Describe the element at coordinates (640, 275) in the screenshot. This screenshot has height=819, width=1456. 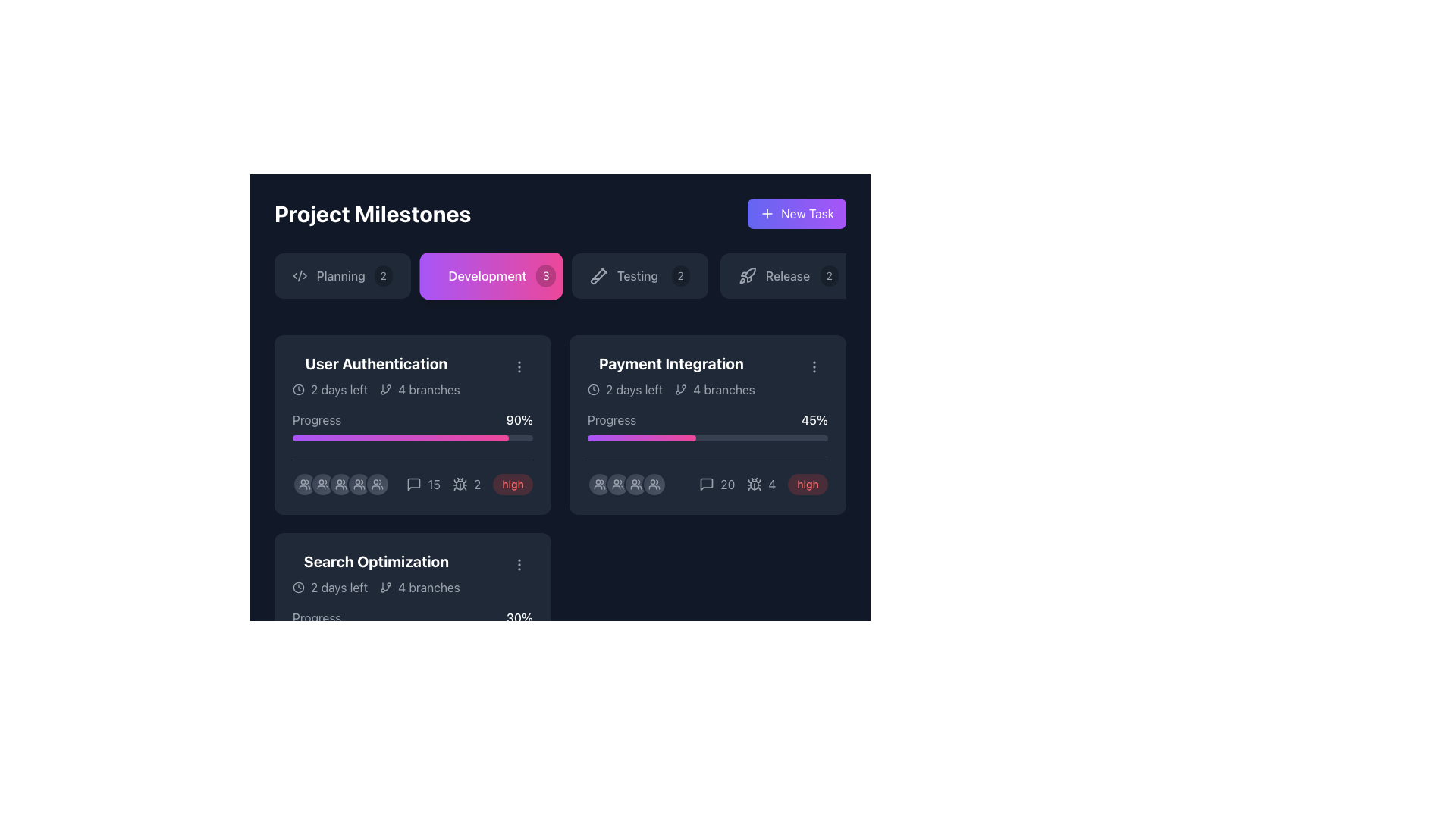
I see `the third button in a horizontal row that likely filters or categorizes content related to 'Testing', positioned between the 'Development' and 'Release' buttons` at that location.